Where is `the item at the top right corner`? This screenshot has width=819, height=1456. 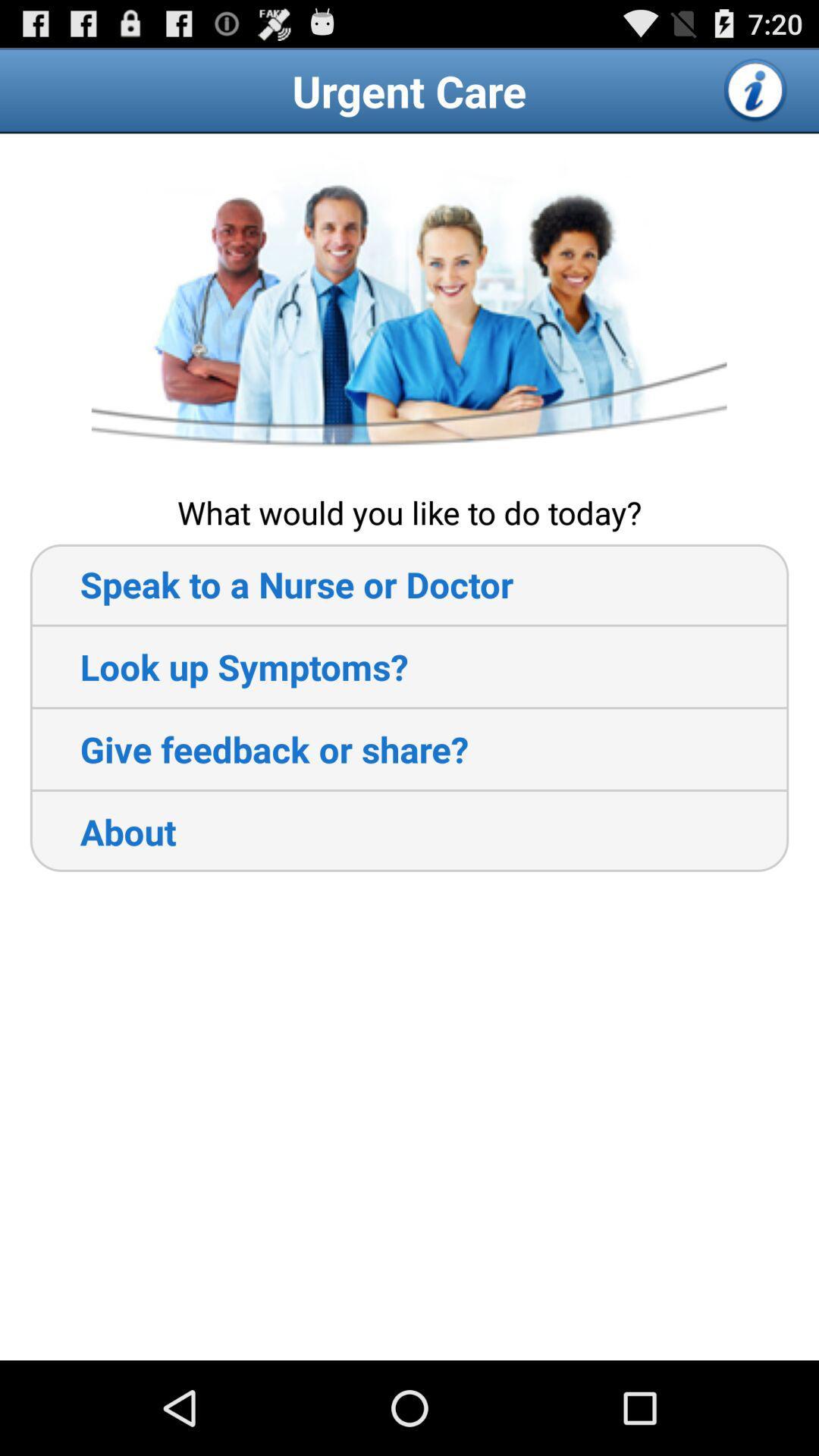 the item at the top right corner is located at coordinates (756, 89).